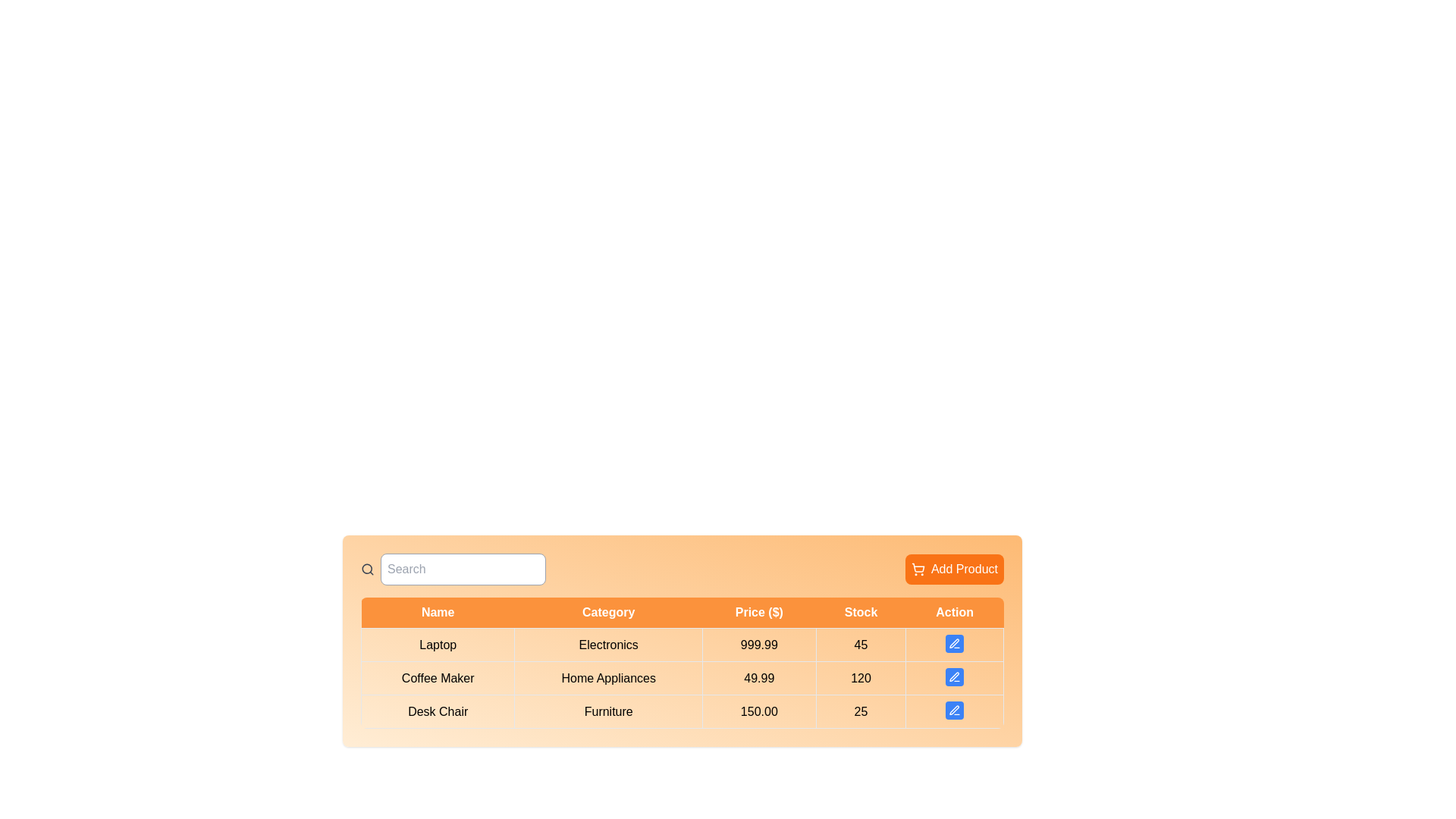  What do you see at coordinates (954, 645) in the screenshot?
I see `the 'edit' button located in the 'Action' column of the first row of the table` at bounding box center [954, 645].